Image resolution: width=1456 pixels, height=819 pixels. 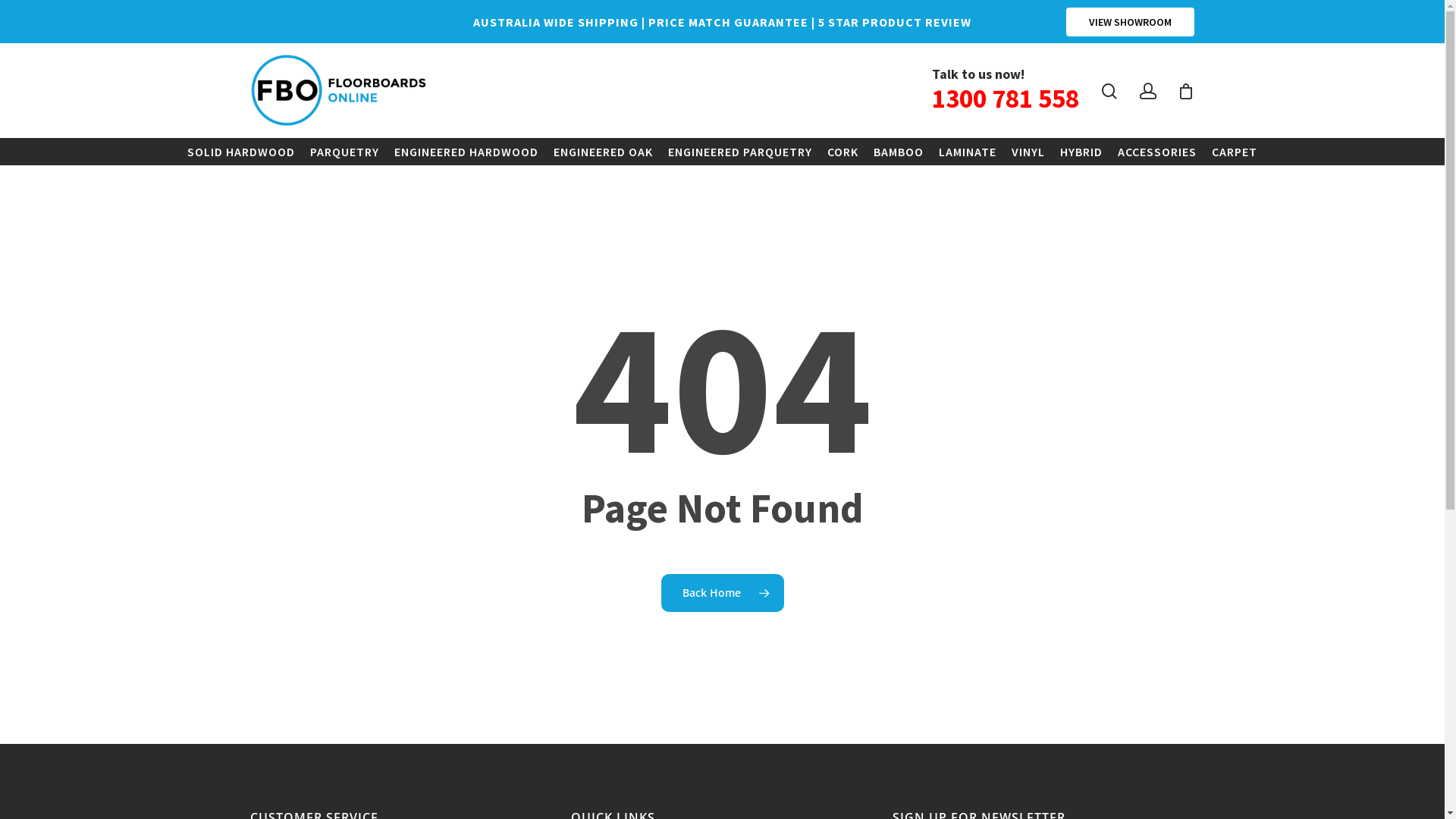 What do you see at coordinates (1234, 152) in the screenshot?
I see `'CARPET'` at bounding box center [1234, 152].